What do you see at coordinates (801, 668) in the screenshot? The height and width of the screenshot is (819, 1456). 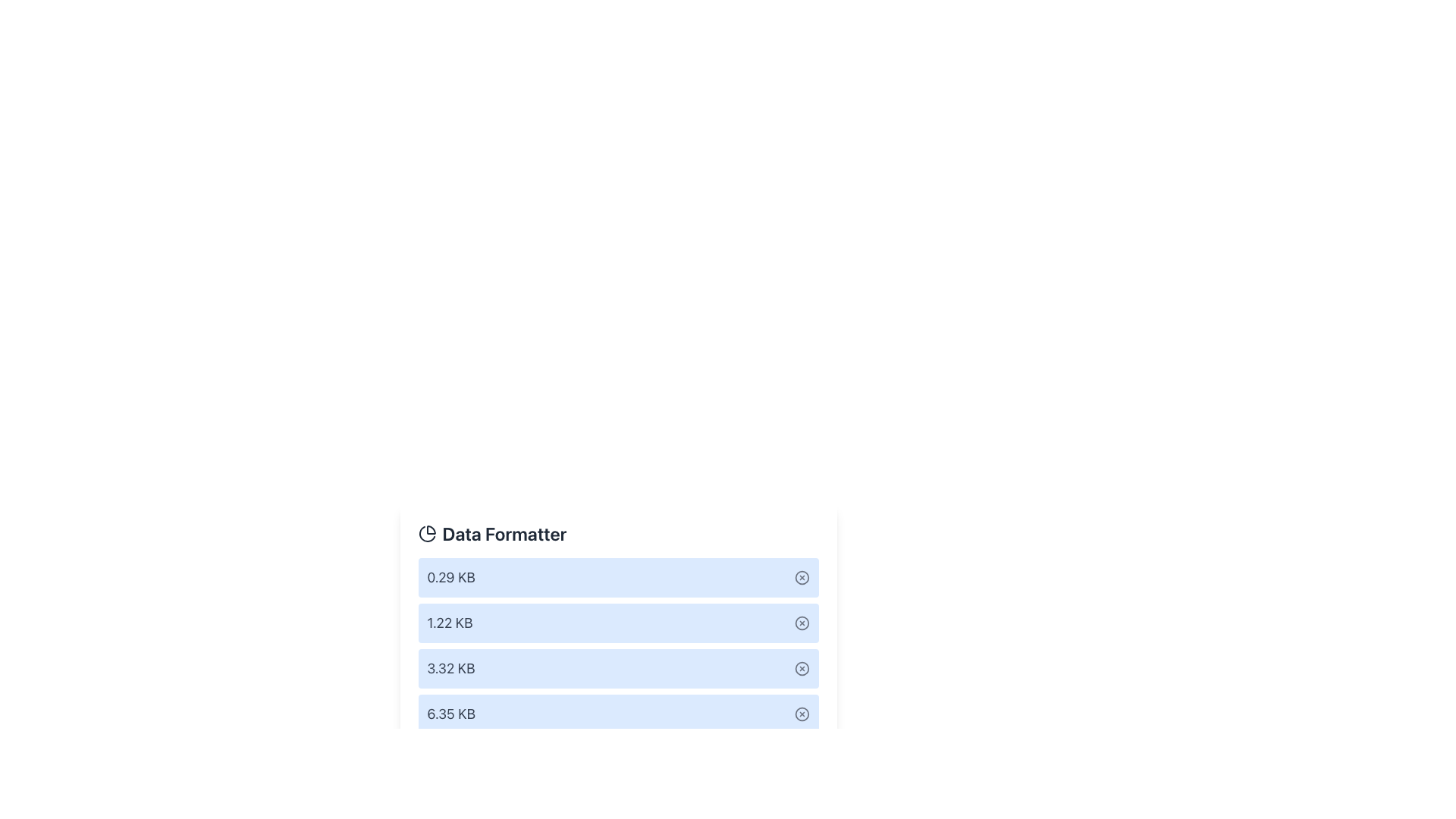 I see `the circular button with a cross icon that changes to red when hovered, located to the right of the text '3.32 KB'` at bounding box center [801, 668].